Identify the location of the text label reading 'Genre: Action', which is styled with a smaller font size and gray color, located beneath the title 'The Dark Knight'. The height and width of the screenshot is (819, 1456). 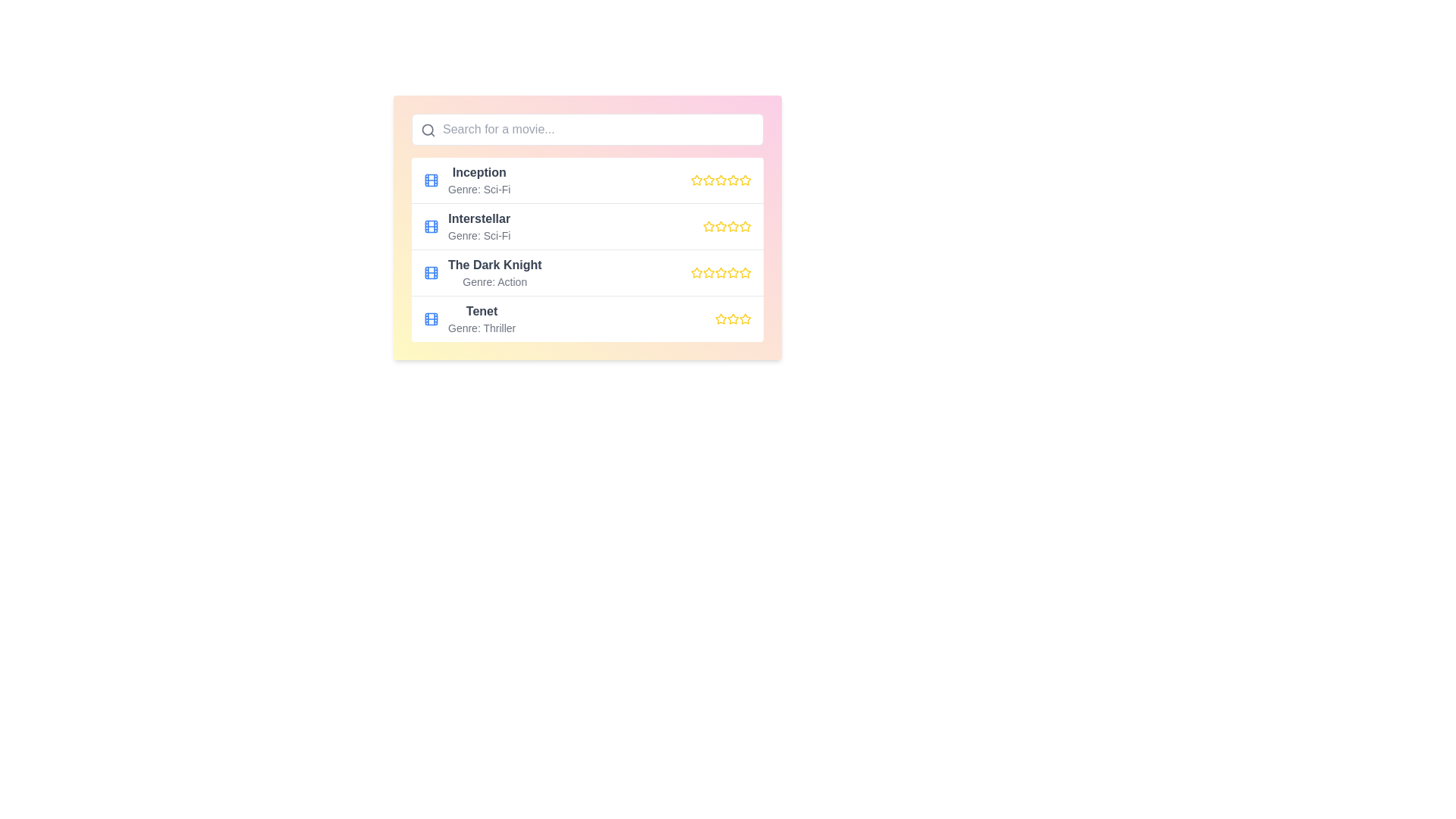
(494, 281).